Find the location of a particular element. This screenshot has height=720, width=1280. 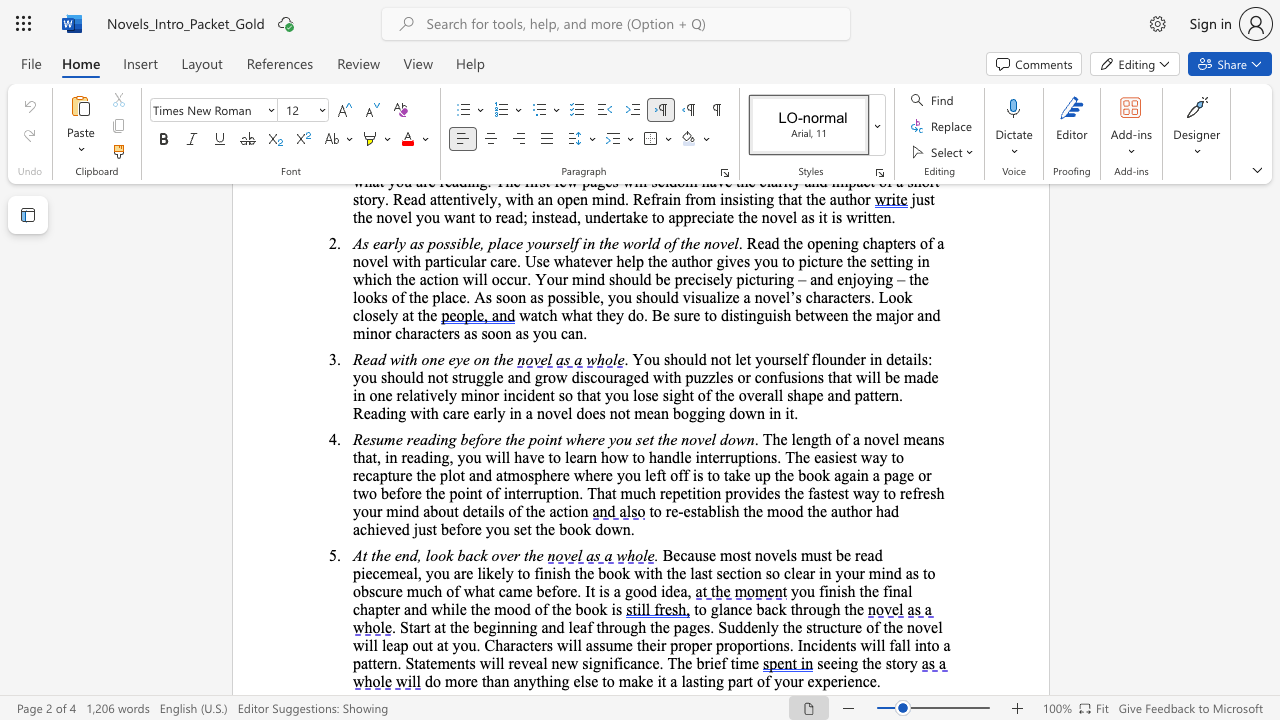

the subset text "l ch" within the text "final chapter" is located at coordinates (906, 590).